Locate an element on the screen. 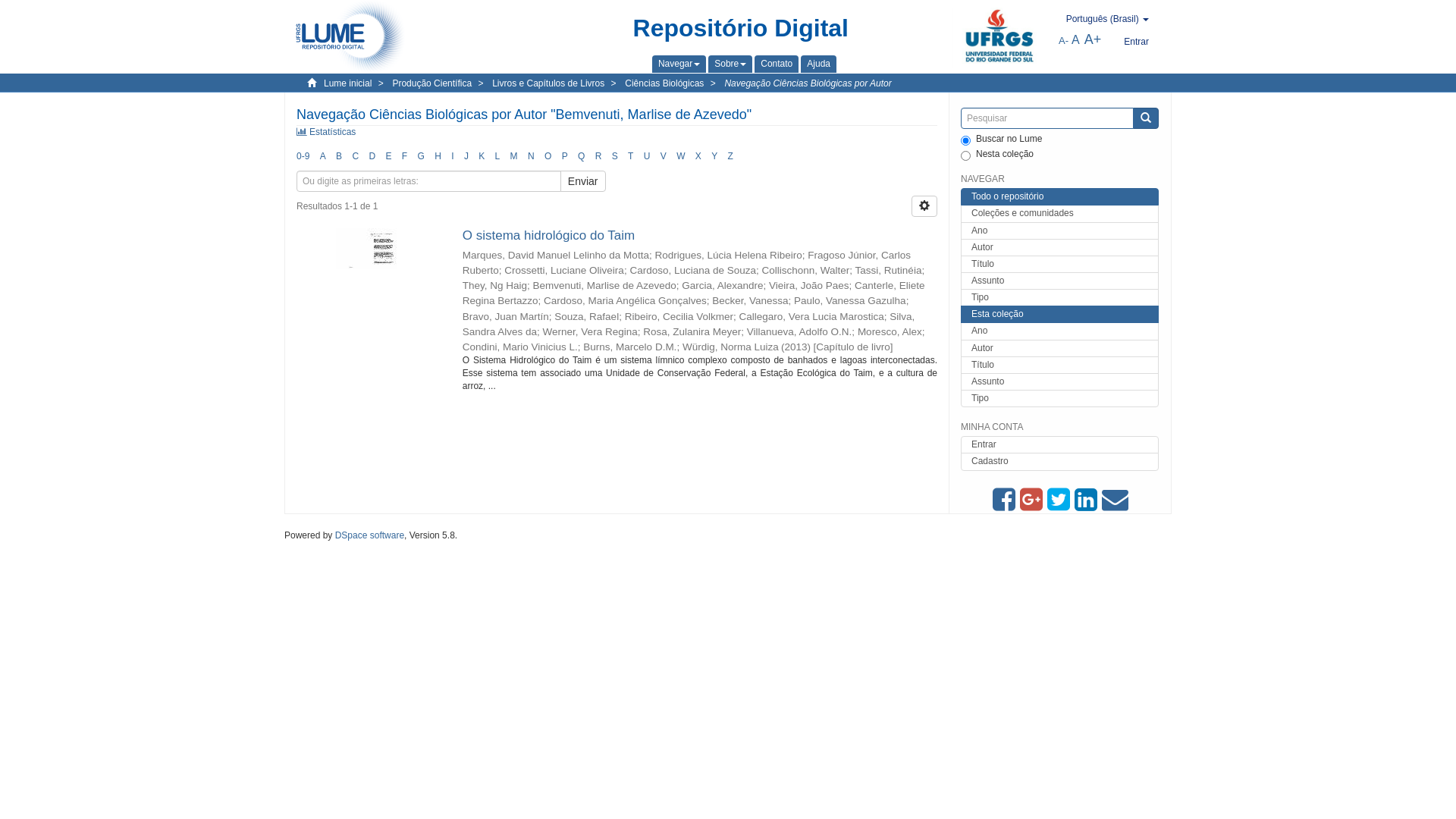 The image size is (1456, 819). 'Sobre' is located at coordinates (730, 63).